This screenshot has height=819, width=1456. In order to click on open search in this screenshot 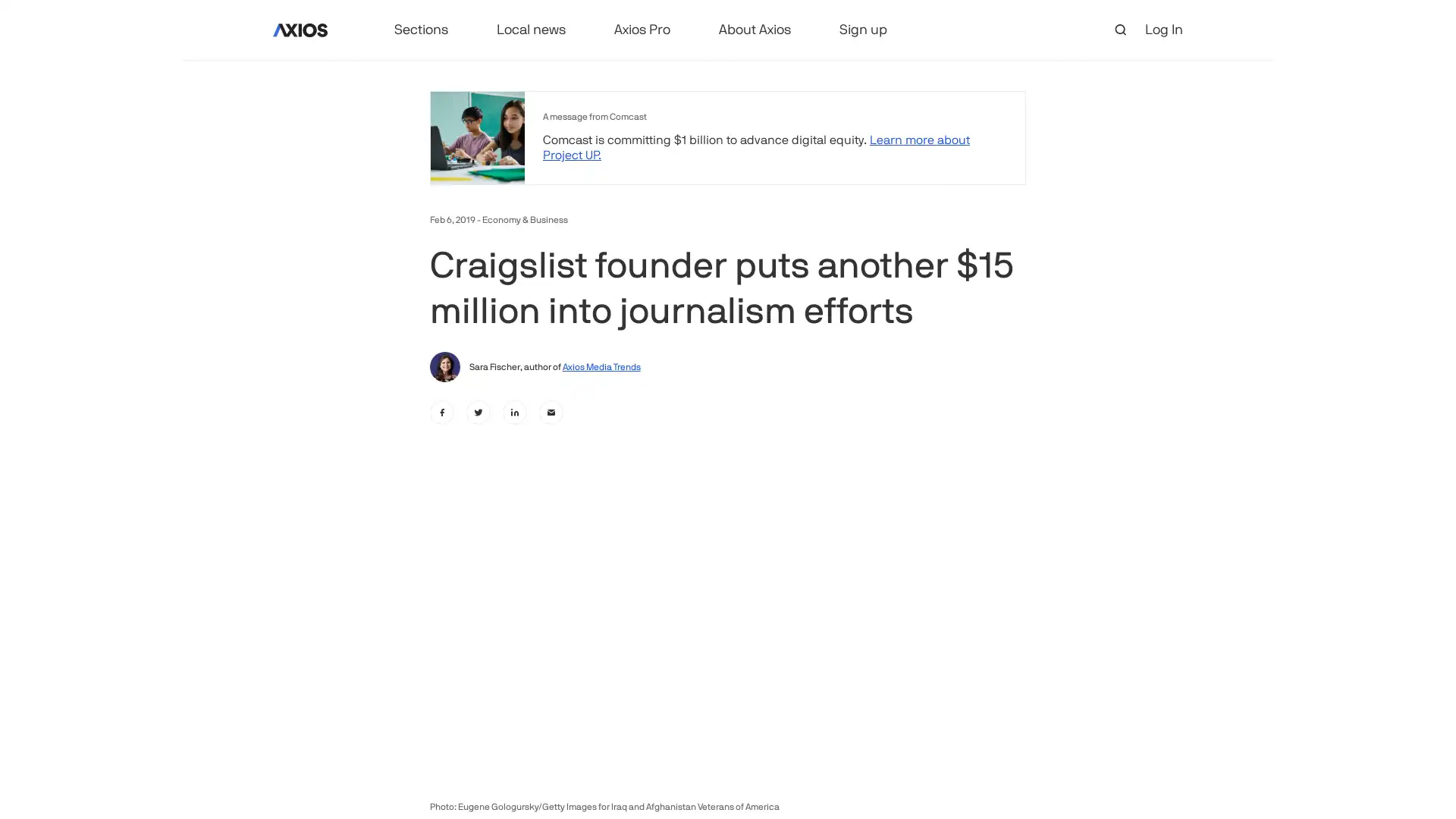, I will do `click(1121, 30)`.